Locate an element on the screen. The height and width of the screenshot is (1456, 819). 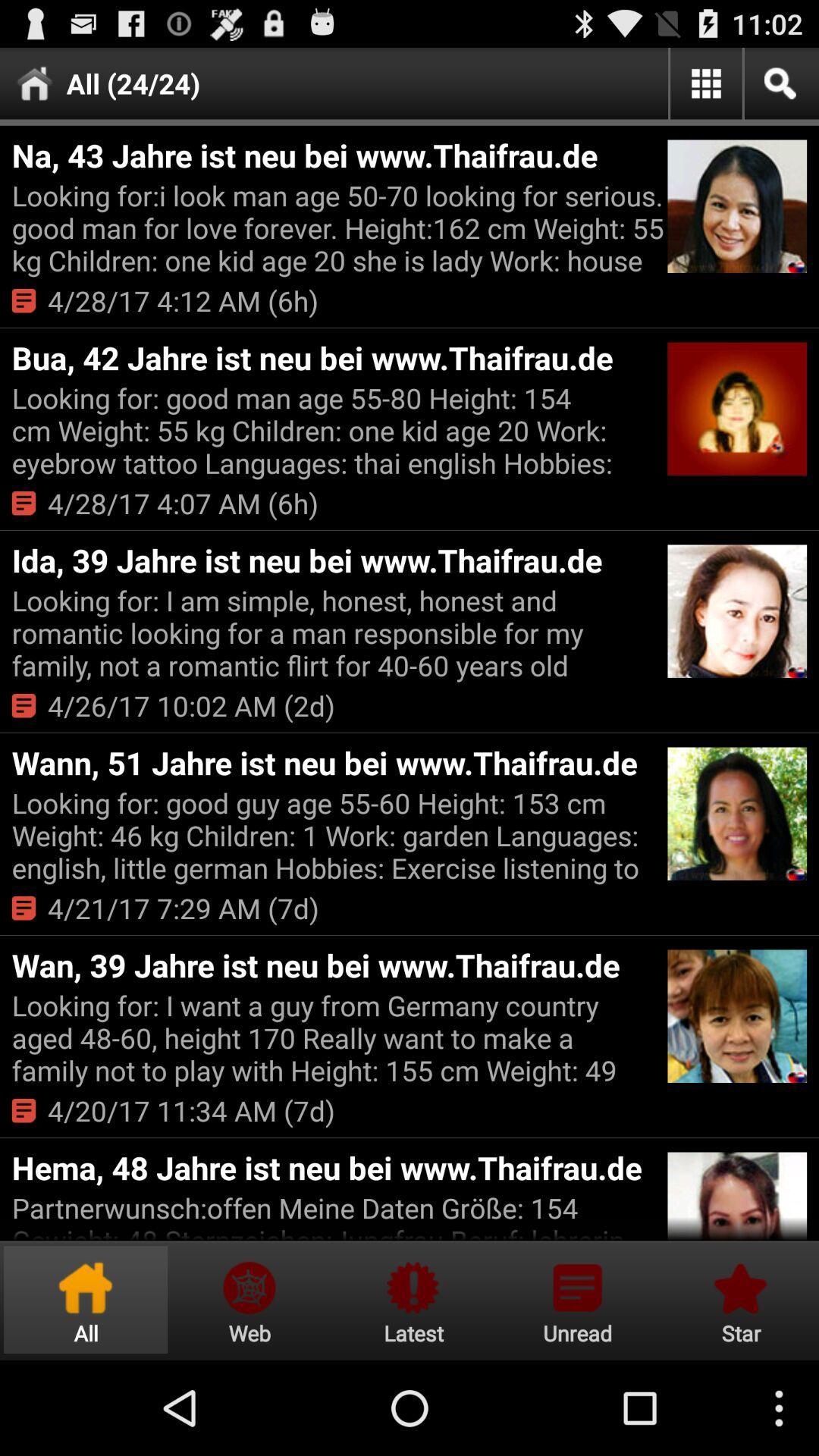
the hema 48 jahre is located at coordinates (337, 1166).